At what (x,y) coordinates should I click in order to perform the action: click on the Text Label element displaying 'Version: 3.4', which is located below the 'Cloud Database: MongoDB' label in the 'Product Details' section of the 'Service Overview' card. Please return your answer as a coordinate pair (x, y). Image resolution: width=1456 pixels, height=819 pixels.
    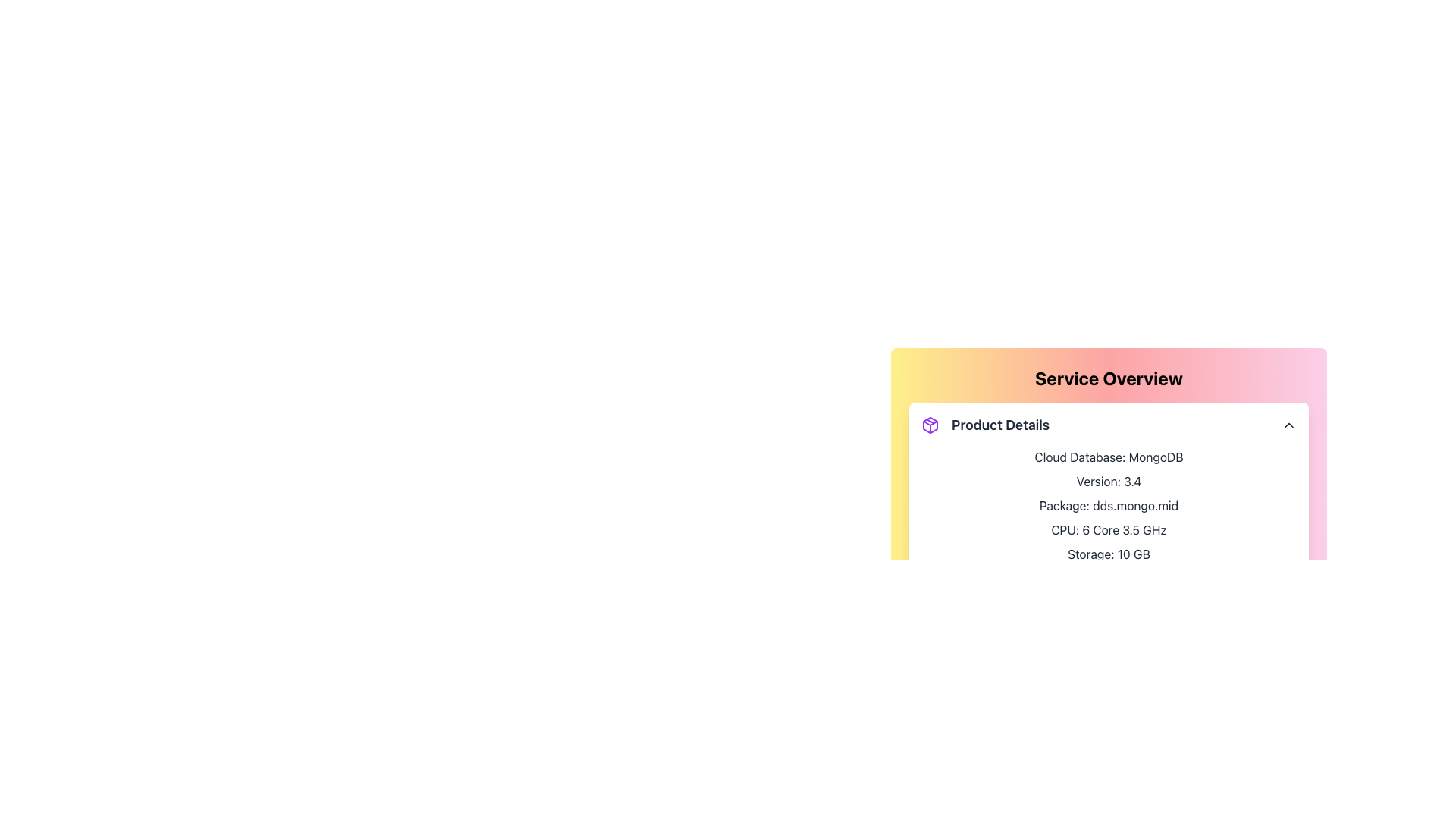
    Looking at the image, I should click on (1109, 482).